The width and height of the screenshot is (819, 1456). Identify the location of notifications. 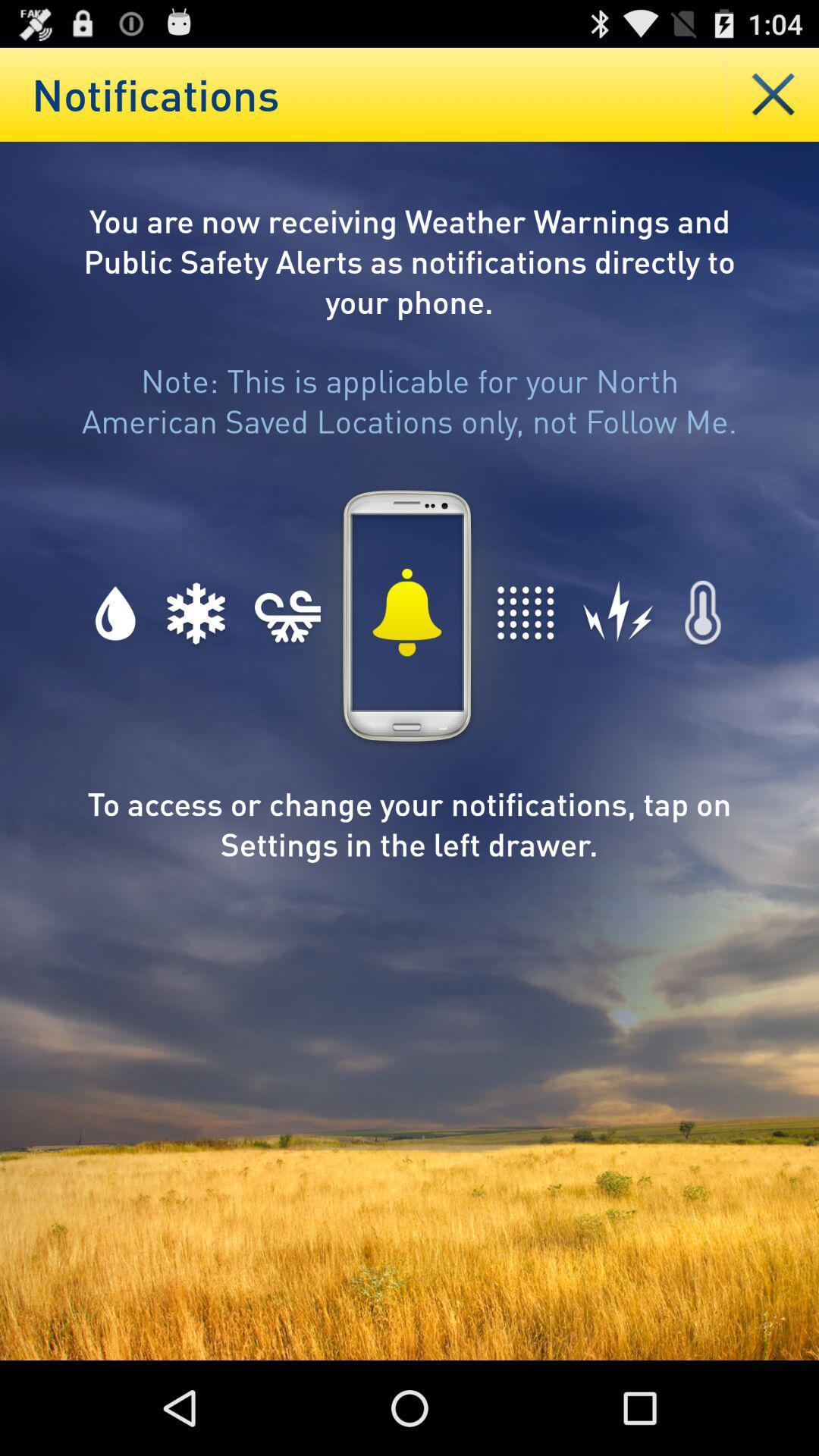
(773, 93).